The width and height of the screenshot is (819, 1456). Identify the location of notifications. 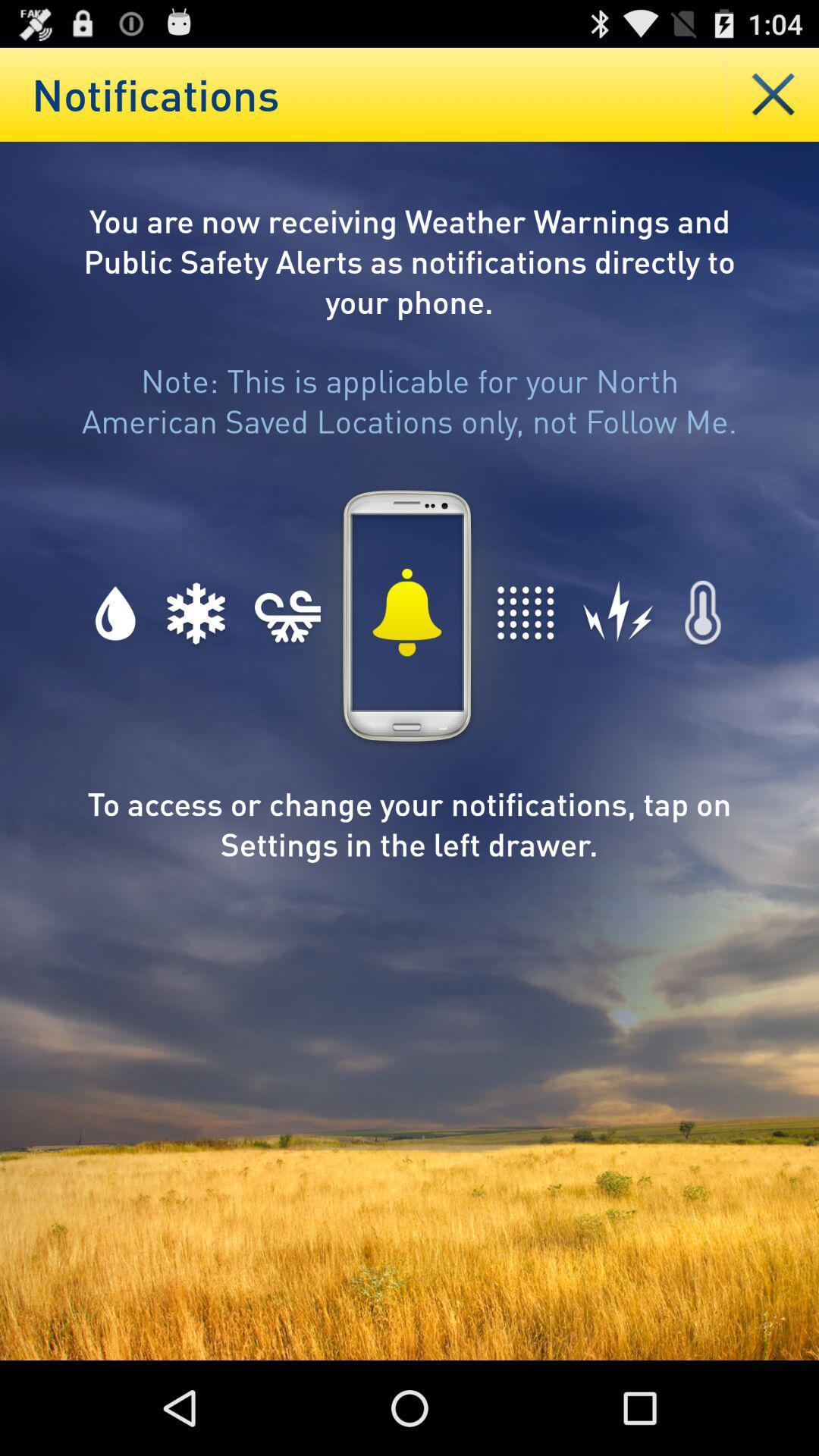
(773, 93).